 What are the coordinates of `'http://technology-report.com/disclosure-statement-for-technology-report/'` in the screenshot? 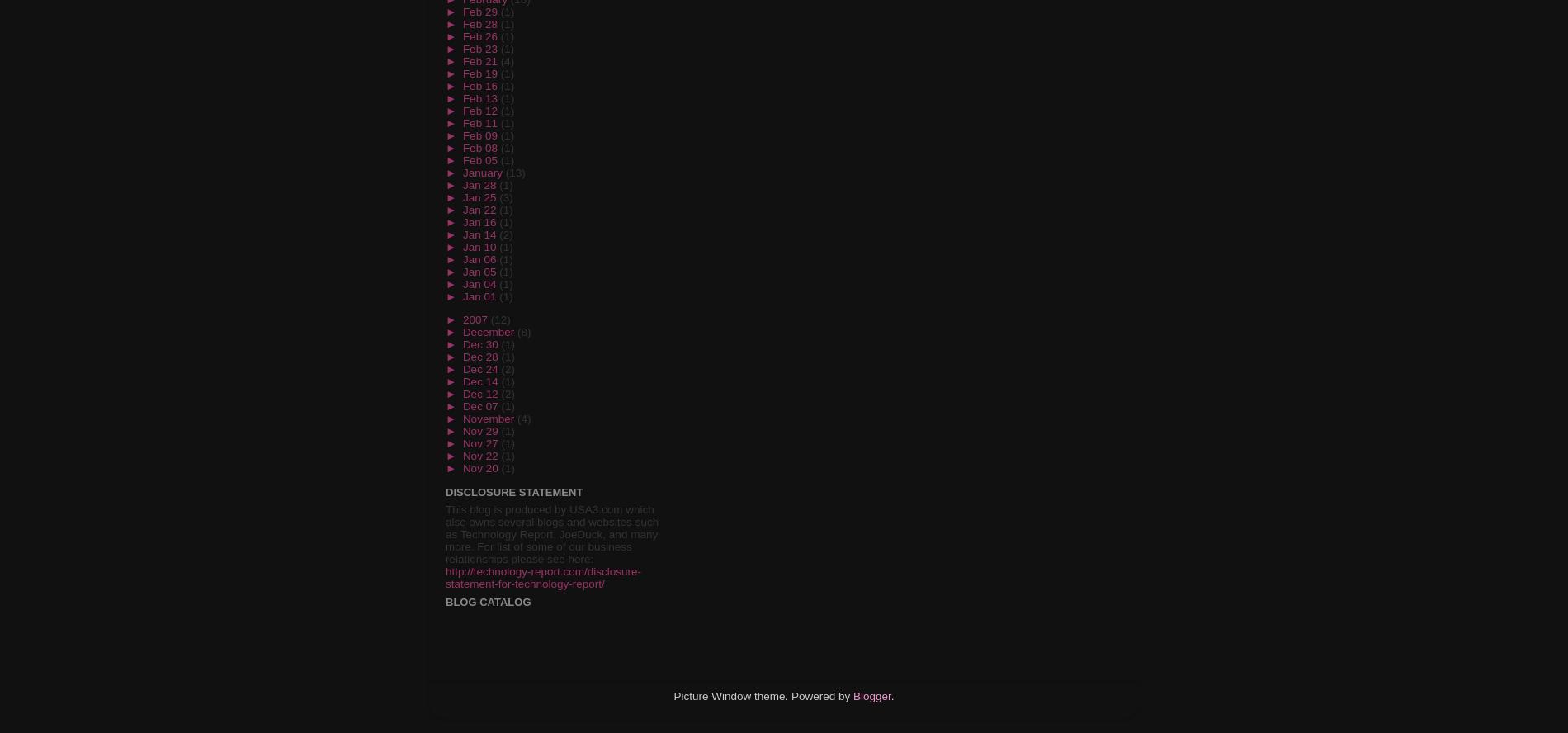 It's located at (543, 578).